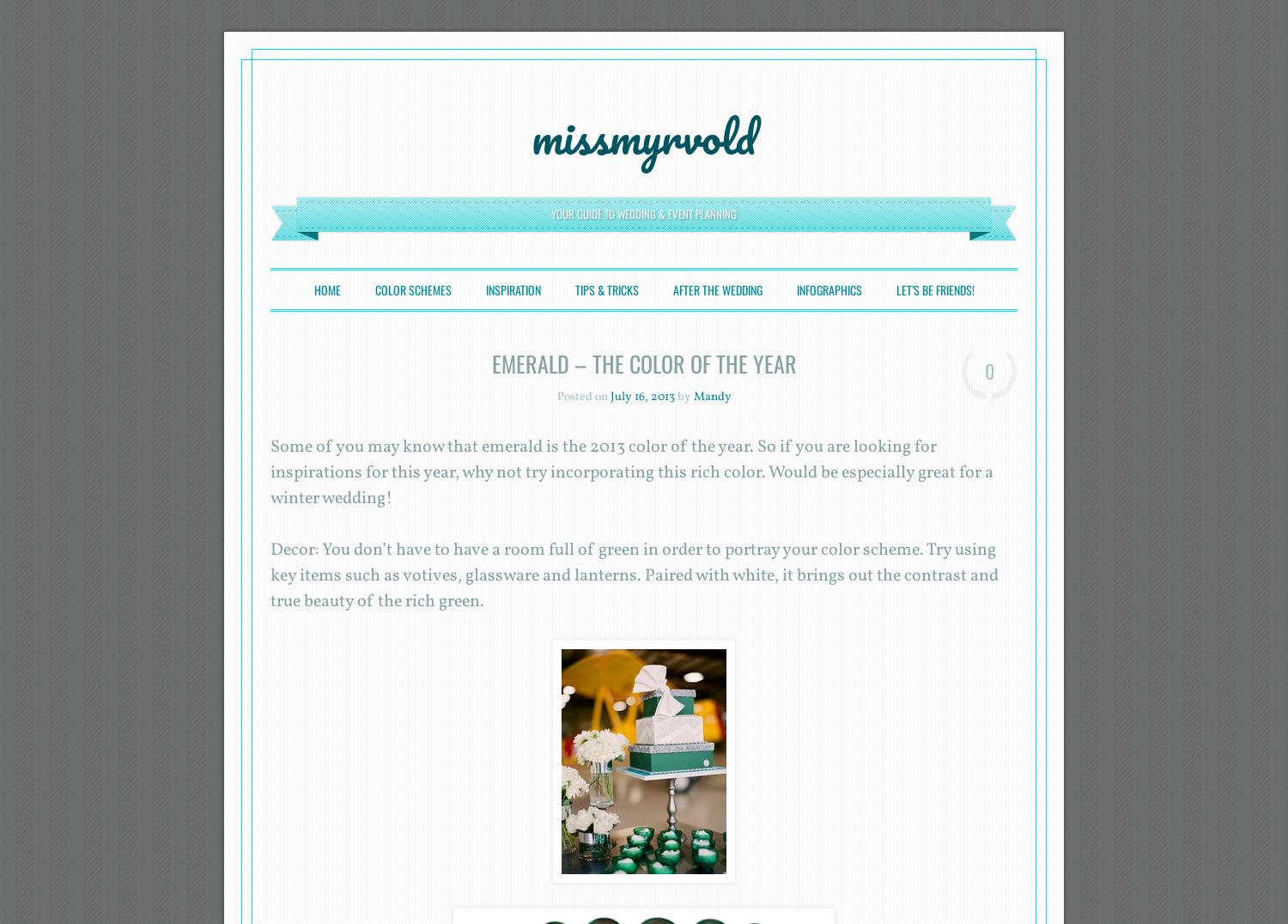  What do you see at coordinates (634, 574) in the screenshot?
I see `'Decor: You don’t have to have a room full of green in order to portray your color scheme. Try using key items such as votives, glassware and lanterns. Paired with white, it brings out the contrast and true beauty of the rich green.'` at bounding box center [634, 574].